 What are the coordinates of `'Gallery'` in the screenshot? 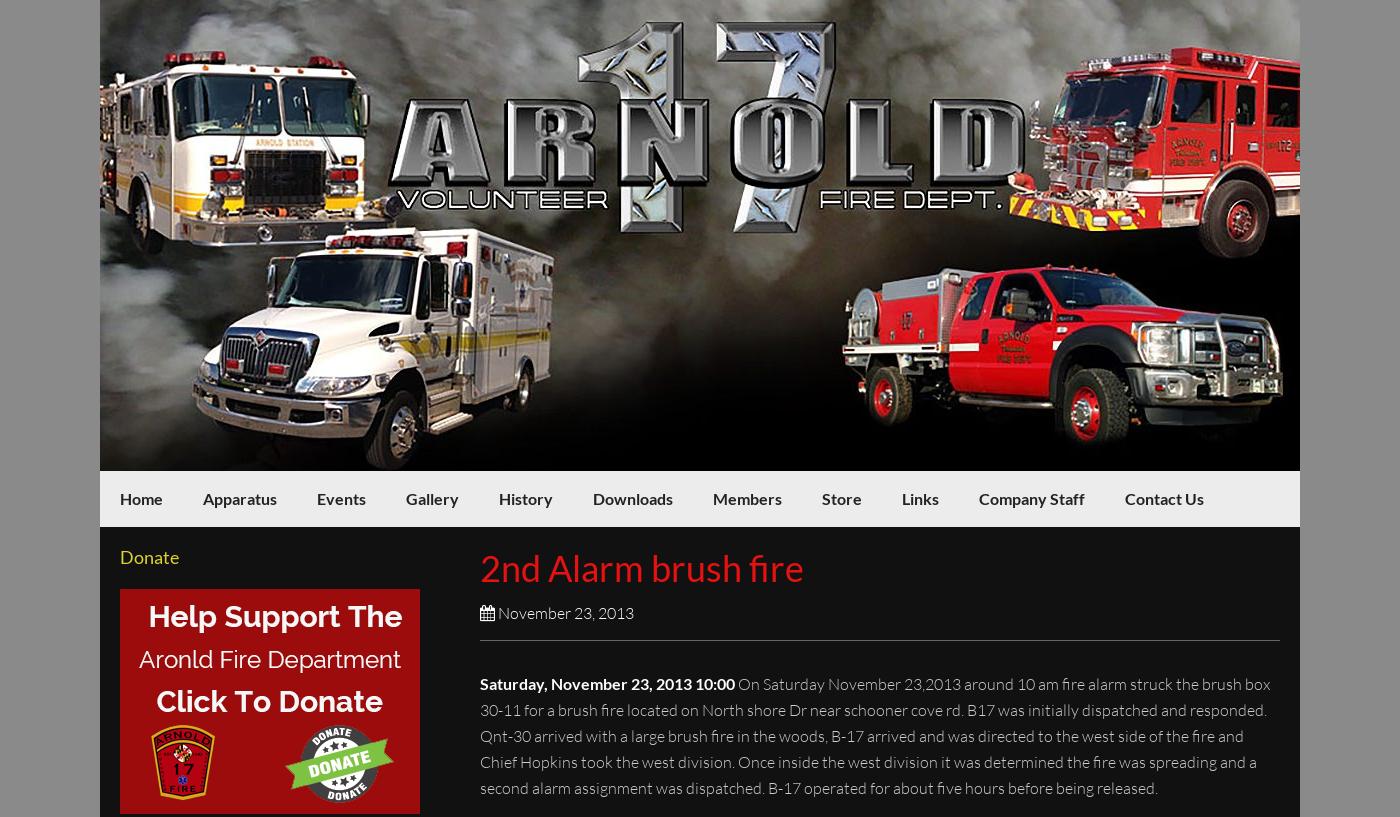 It's located at (432, 497).